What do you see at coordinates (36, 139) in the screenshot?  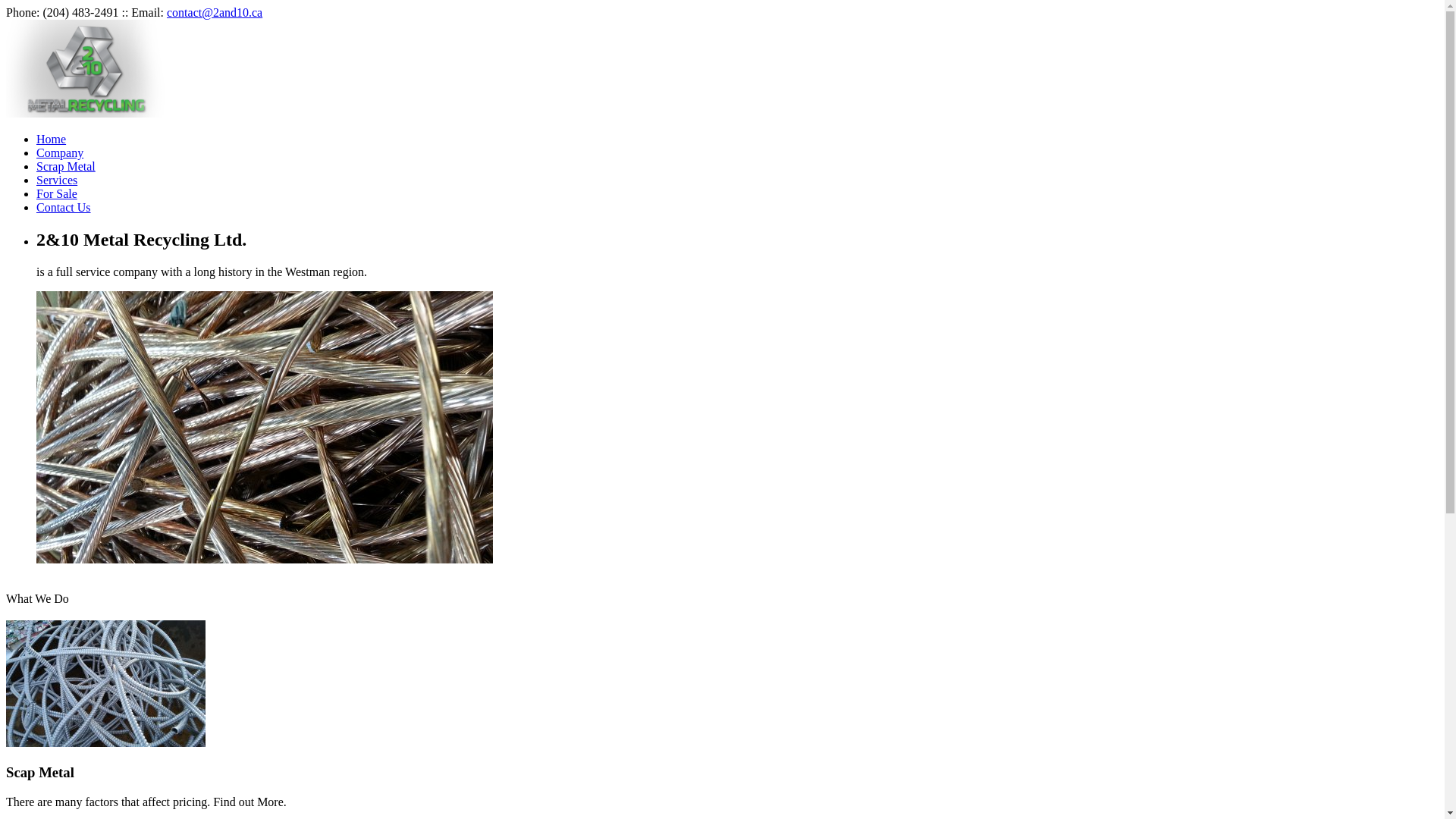 I see `'Home'` at bounding box center [36, 139].